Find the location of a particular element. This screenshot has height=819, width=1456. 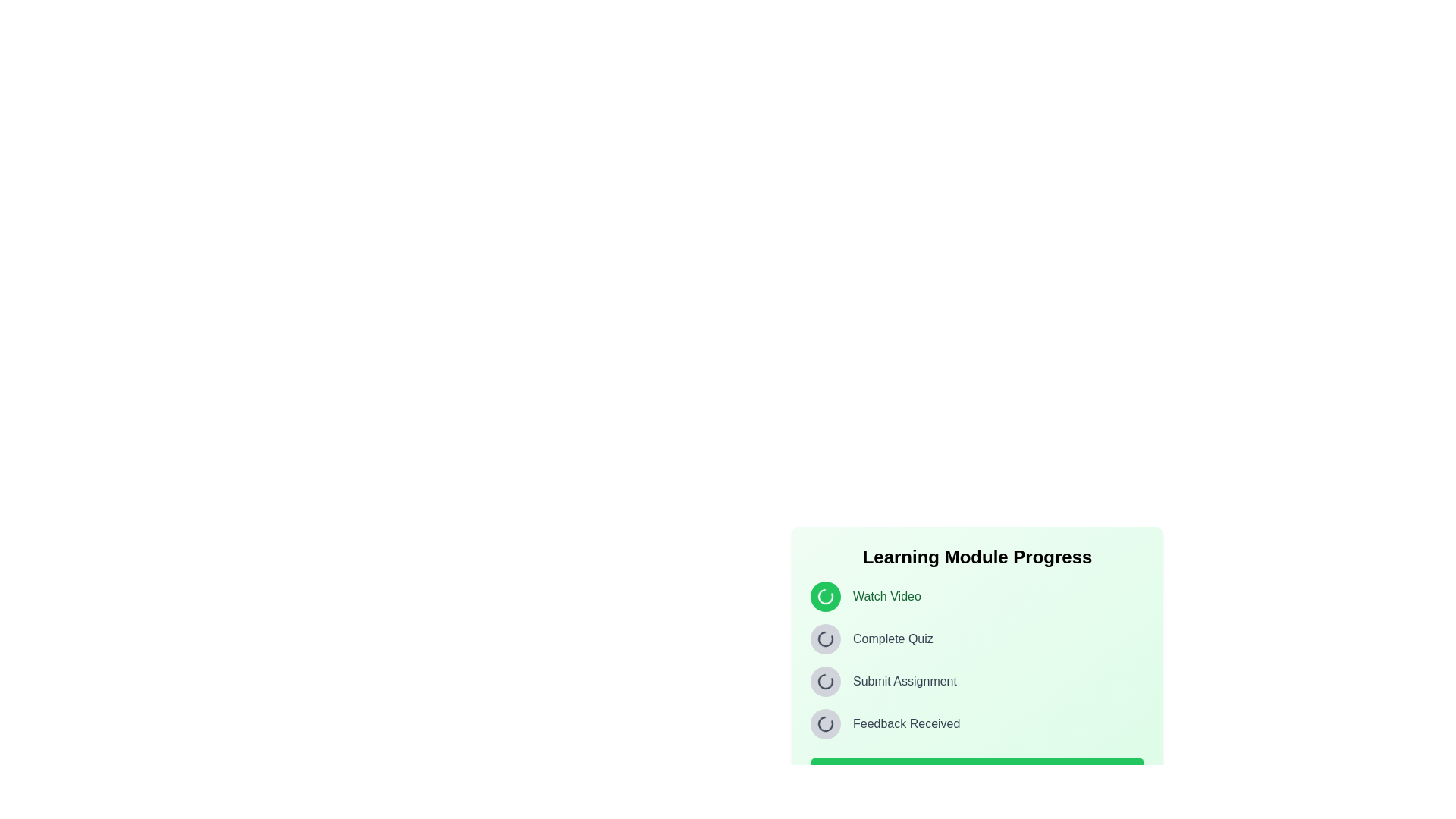

the text label displaying 'Submit Assignment', which is styled in gray and positioned under a progress tracker, to the right of the status icon is located at coordinates (905, 680).